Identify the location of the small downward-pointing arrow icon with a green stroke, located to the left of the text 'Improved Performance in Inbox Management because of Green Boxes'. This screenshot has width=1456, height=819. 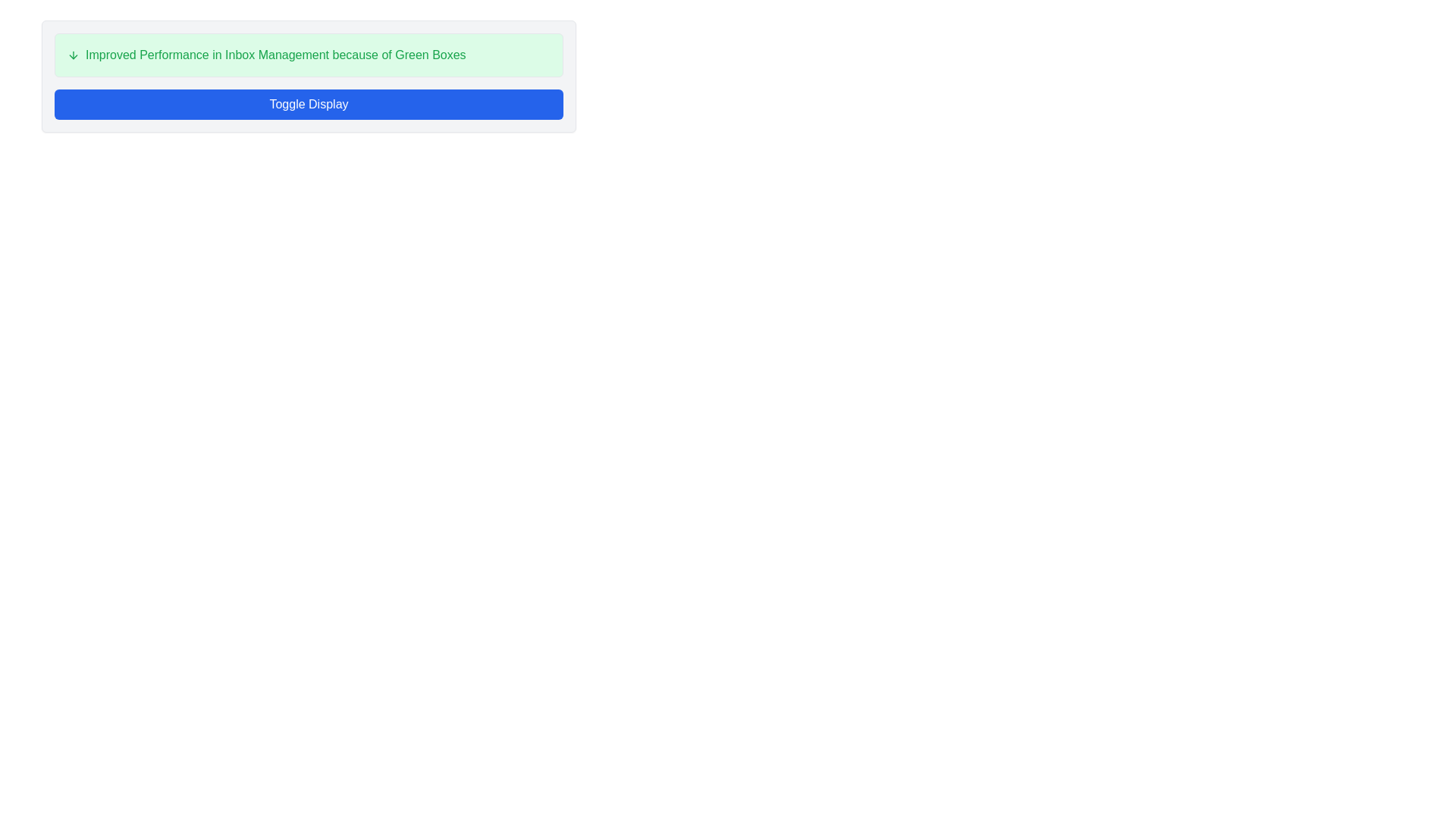
(72, 55).